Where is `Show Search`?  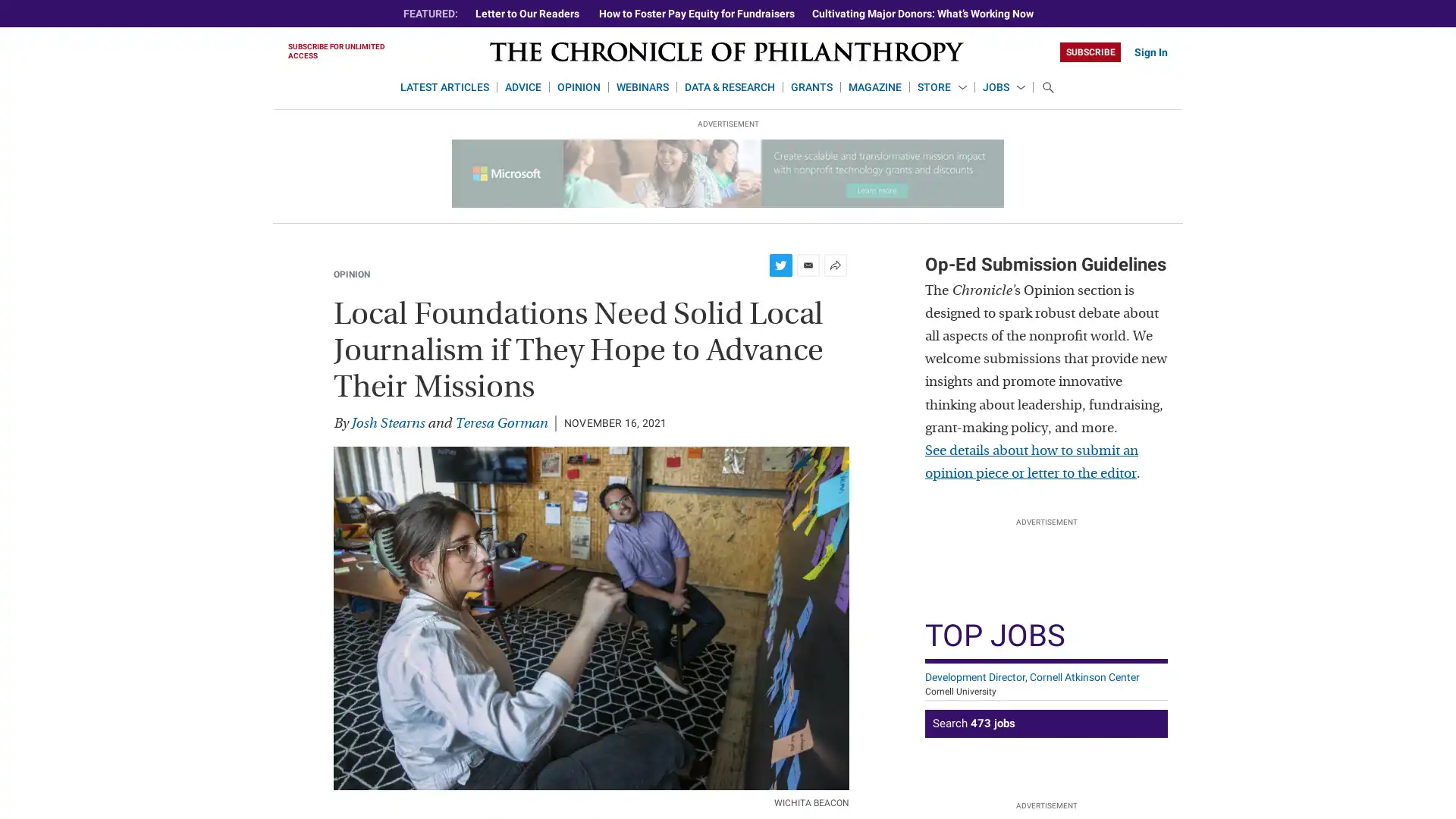 Show Search is located at coordinates (1047, 87).